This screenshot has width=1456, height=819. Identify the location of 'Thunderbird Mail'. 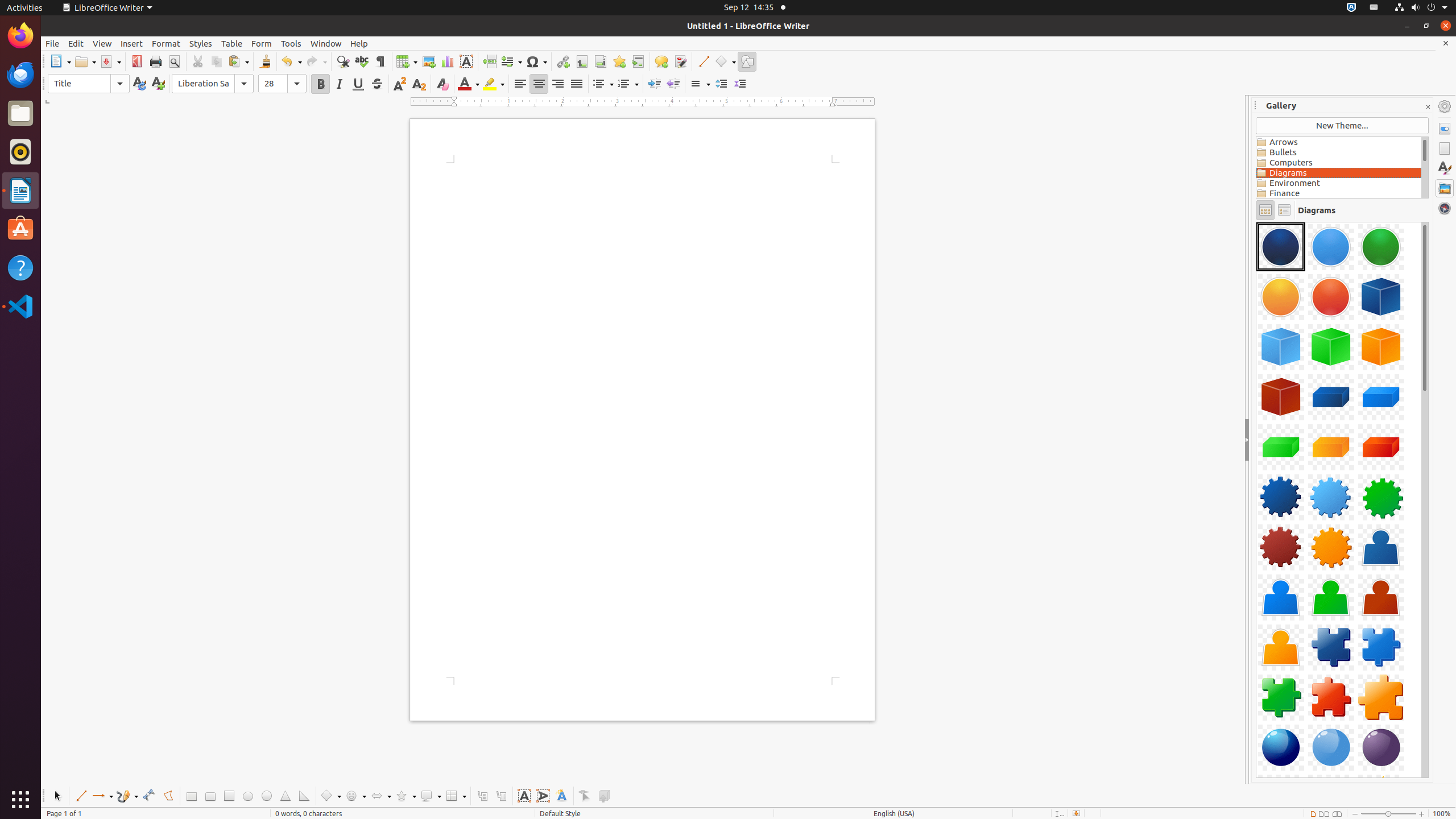
(20, 74).